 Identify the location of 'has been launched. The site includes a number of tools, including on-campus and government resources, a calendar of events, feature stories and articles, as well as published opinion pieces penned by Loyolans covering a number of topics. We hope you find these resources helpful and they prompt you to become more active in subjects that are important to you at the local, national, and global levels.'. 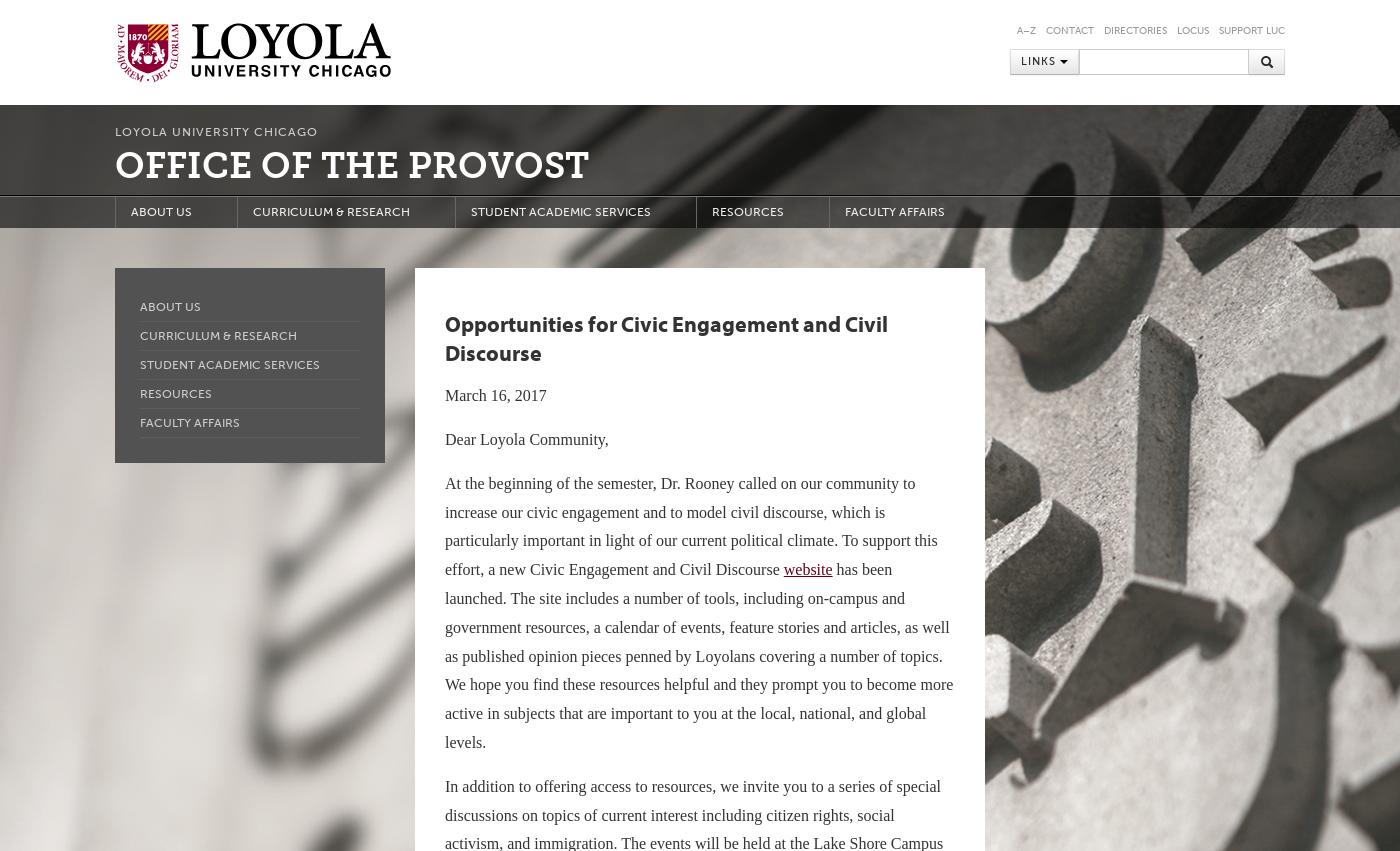
(699, 654).